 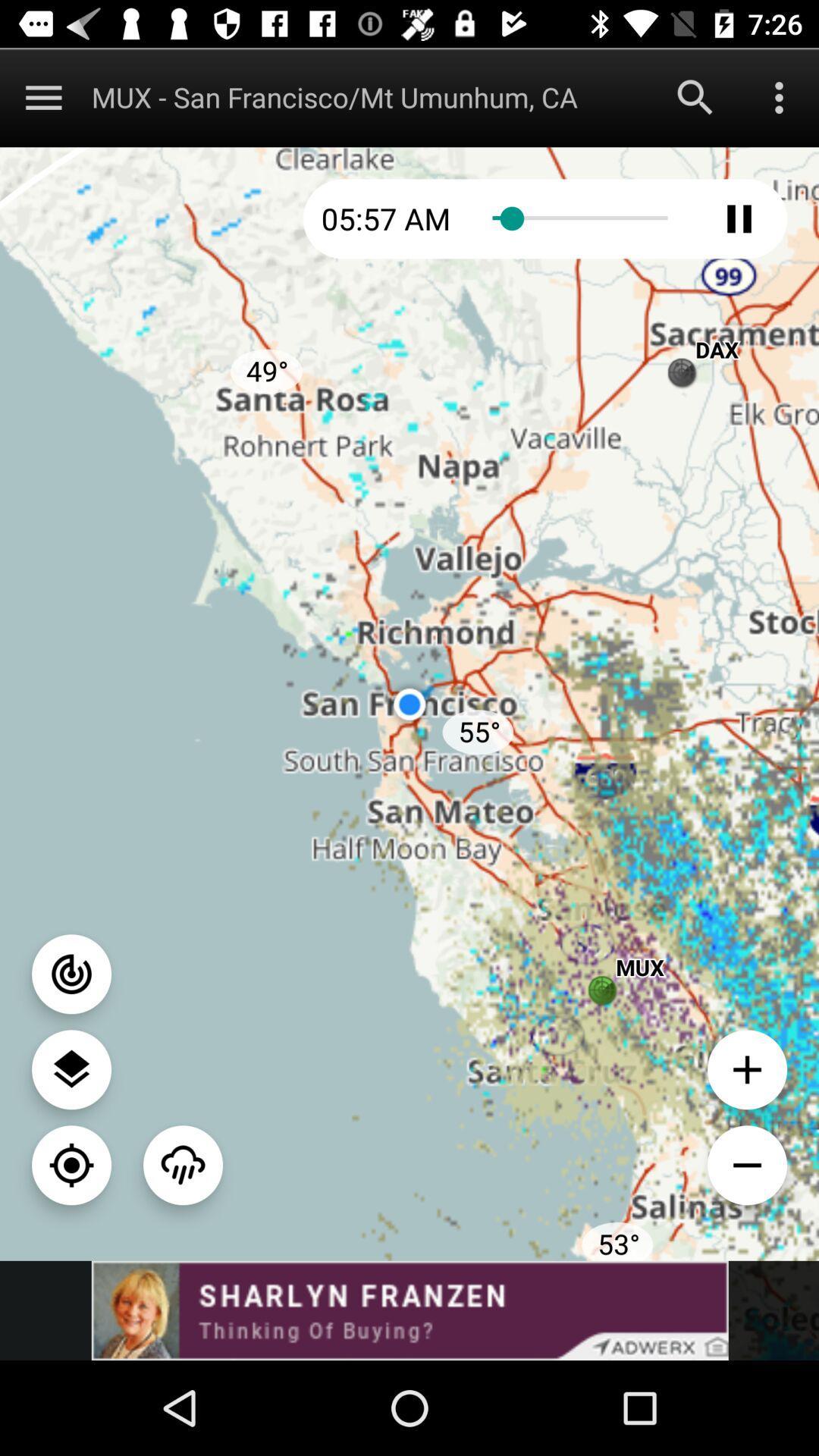 What do you see at coordinates (71, 1164) in the screenshot?
I see `map button` at bounding box center [71, 1164].